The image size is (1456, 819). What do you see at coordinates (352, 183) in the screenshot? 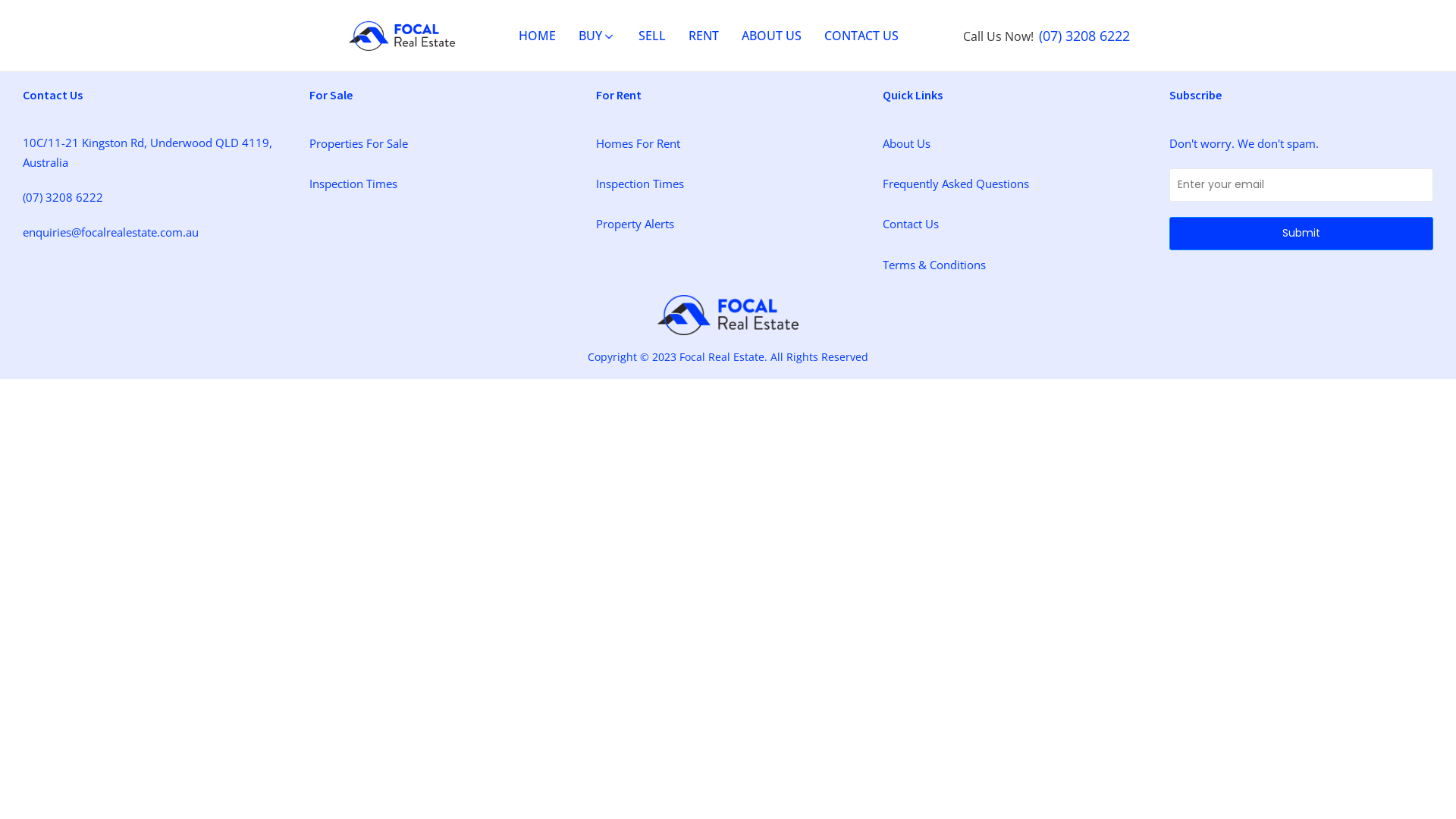
I see `'Inspection Times'` at bounding box center [352, 183].